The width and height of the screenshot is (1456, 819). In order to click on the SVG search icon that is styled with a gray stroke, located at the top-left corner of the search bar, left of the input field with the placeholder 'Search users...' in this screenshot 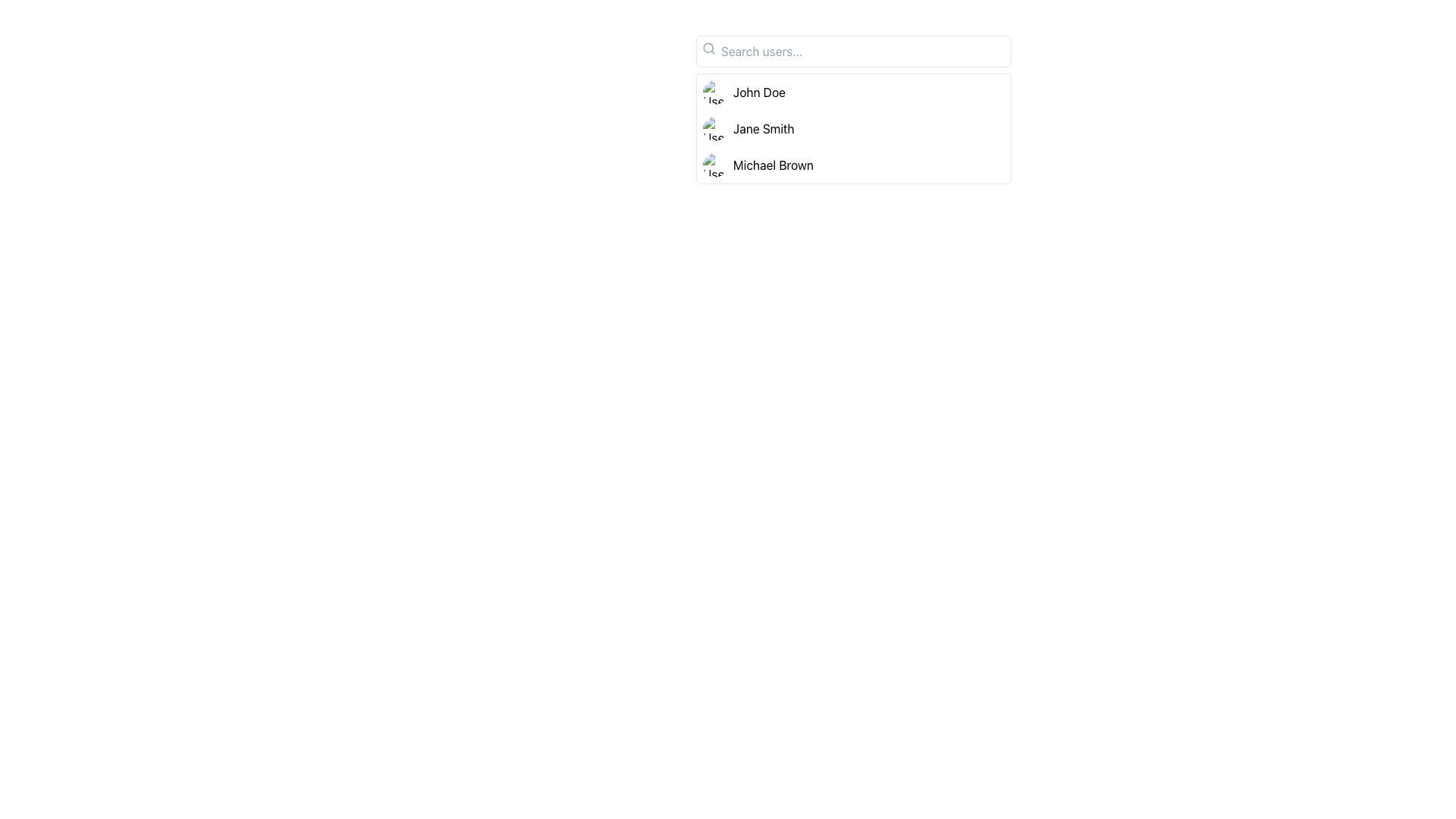, I will do `click(708, 48)`.